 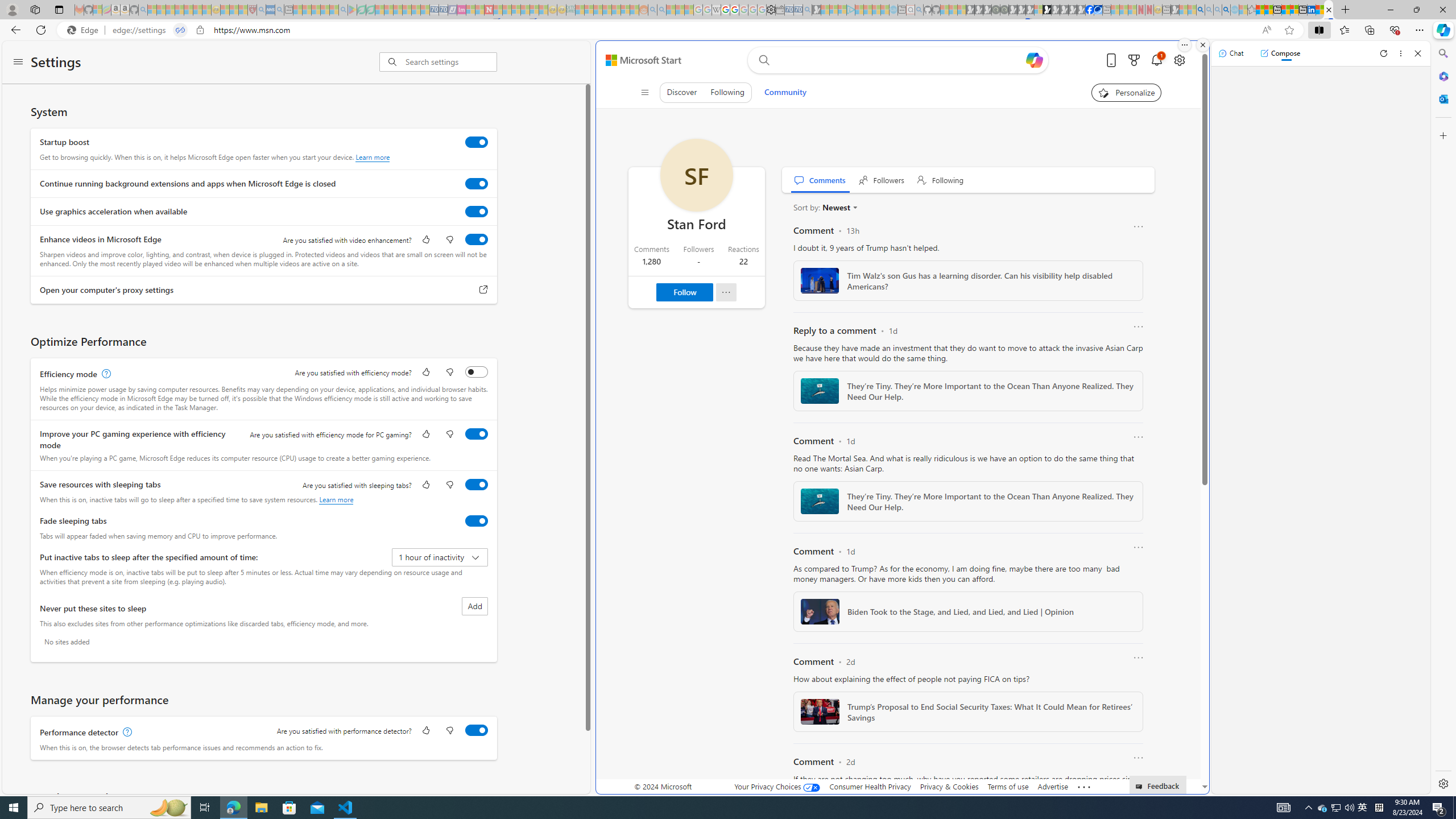 What do you see at coordinates (881, 179) in the screenshot?
I see `' Followers'` at bounding box center [881, 179].